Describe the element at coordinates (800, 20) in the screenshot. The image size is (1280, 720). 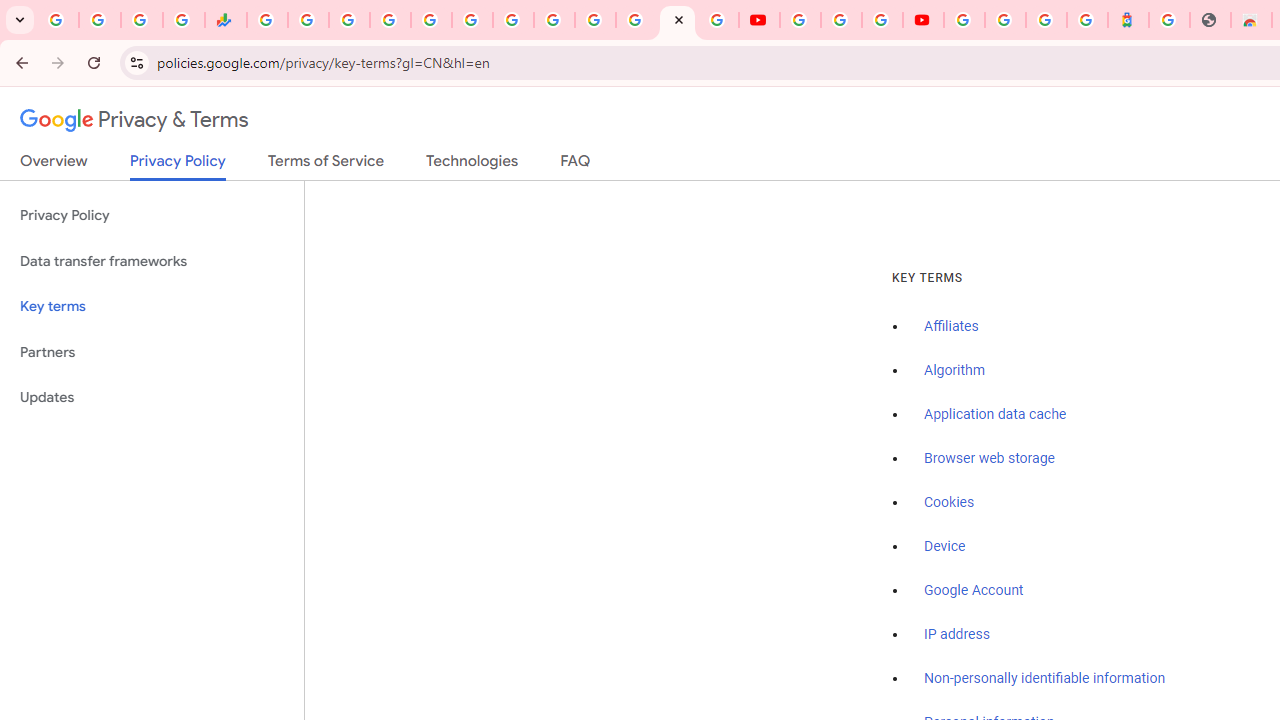
I see `'YouTube'` at that location.